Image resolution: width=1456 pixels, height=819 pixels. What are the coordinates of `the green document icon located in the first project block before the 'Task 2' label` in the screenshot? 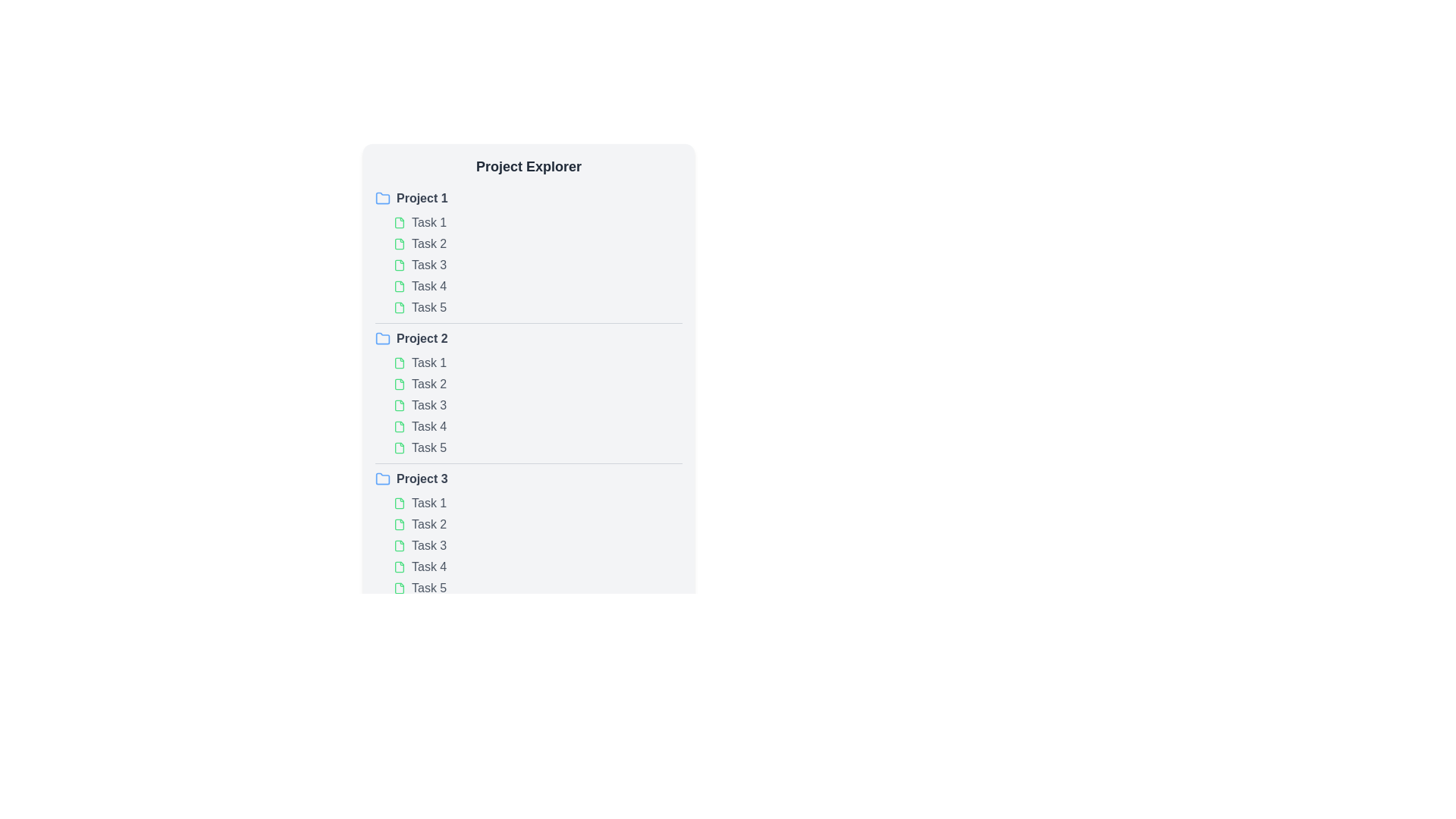 It's located at (400, 243).